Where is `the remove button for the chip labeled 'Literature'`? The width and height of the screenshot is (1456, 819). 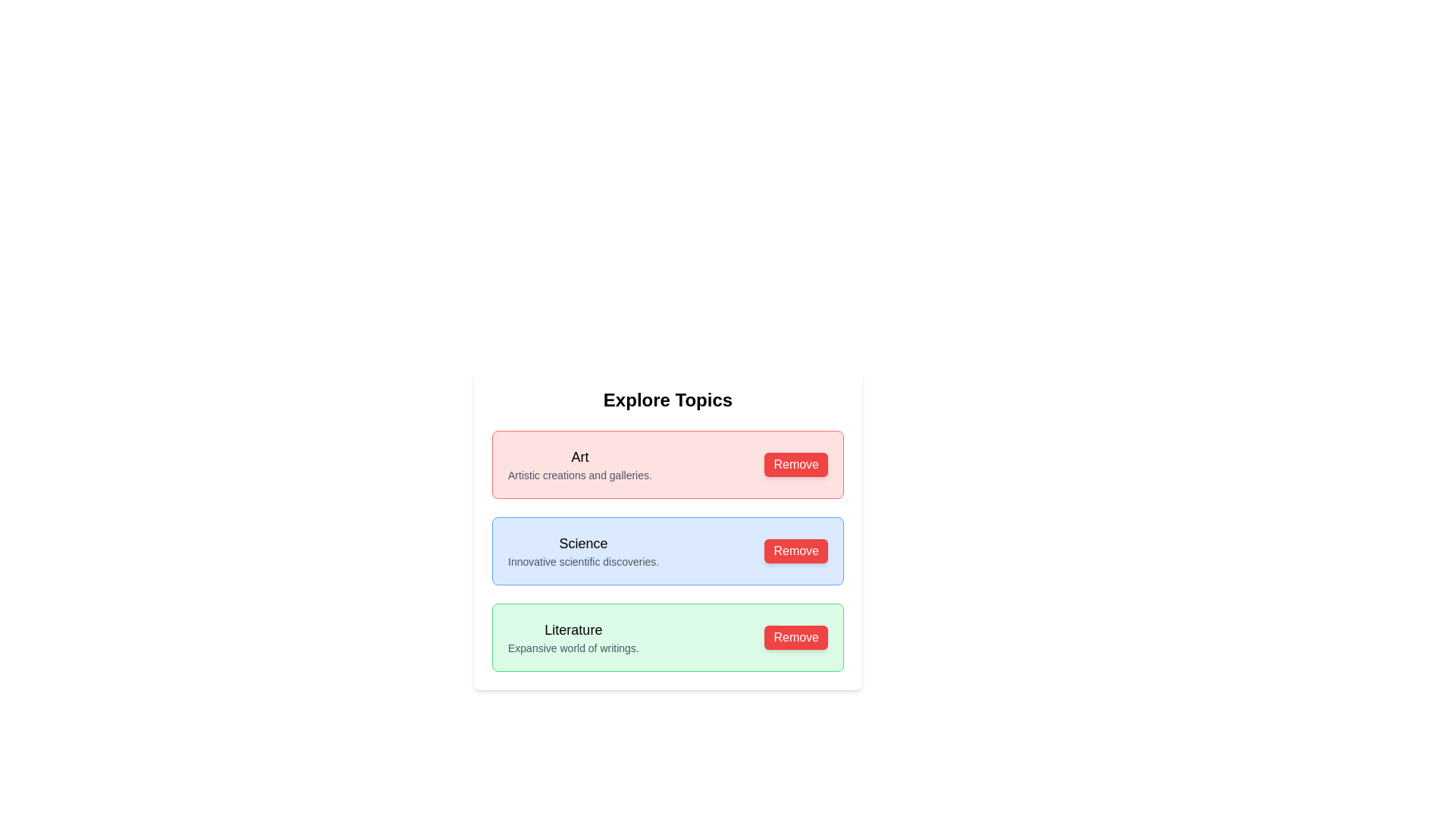 the remove button for the chip labeled 'Literature' is located at coordinates (795, 637).